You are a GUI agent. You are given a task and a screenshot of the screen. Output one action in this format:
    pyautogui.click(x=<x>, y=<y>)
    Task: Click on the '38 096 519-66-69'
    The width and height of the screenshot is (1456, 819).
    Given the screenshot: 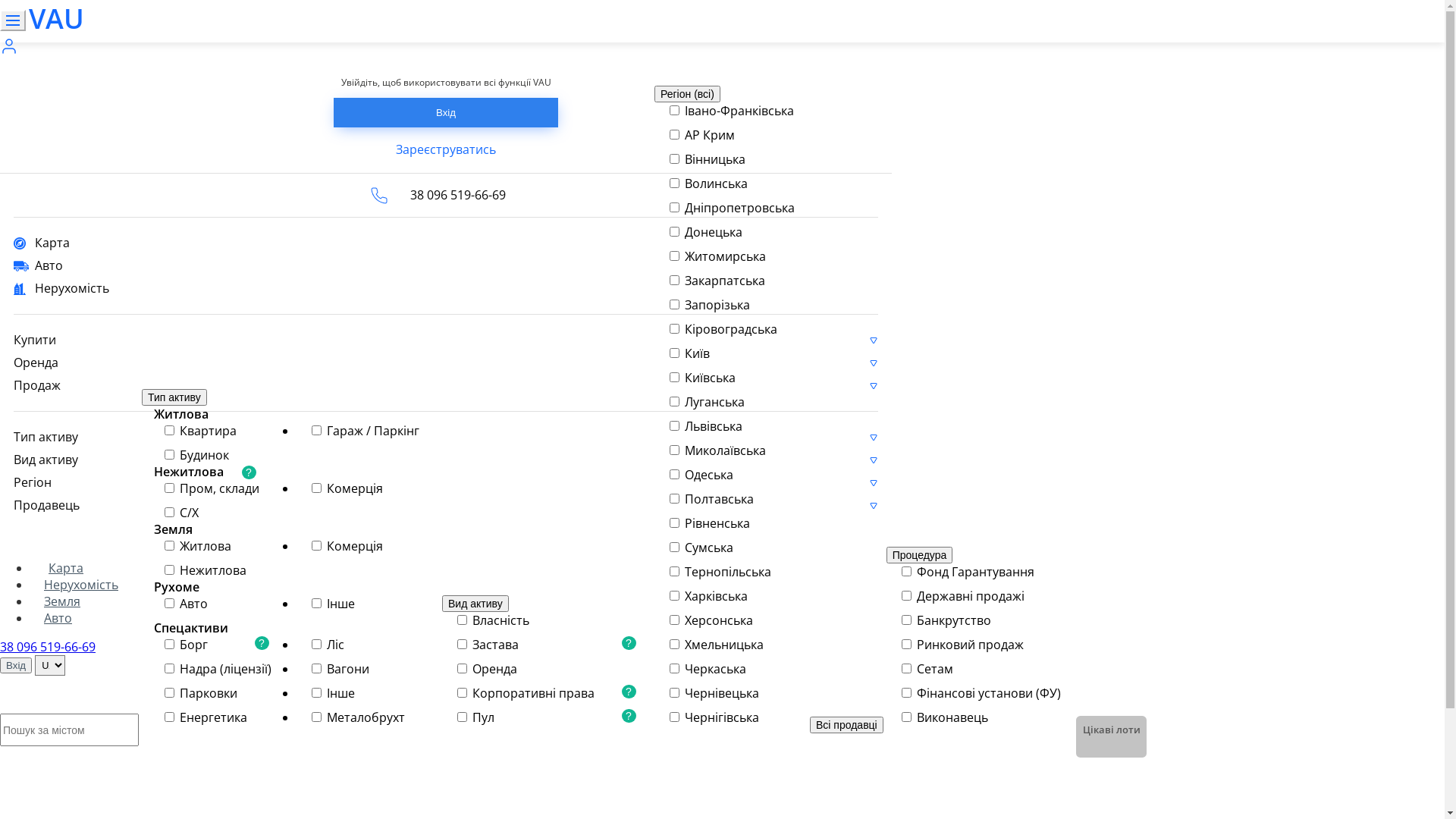 What is the action you would take?
    pyautogui.click(x=445, y=194)
    